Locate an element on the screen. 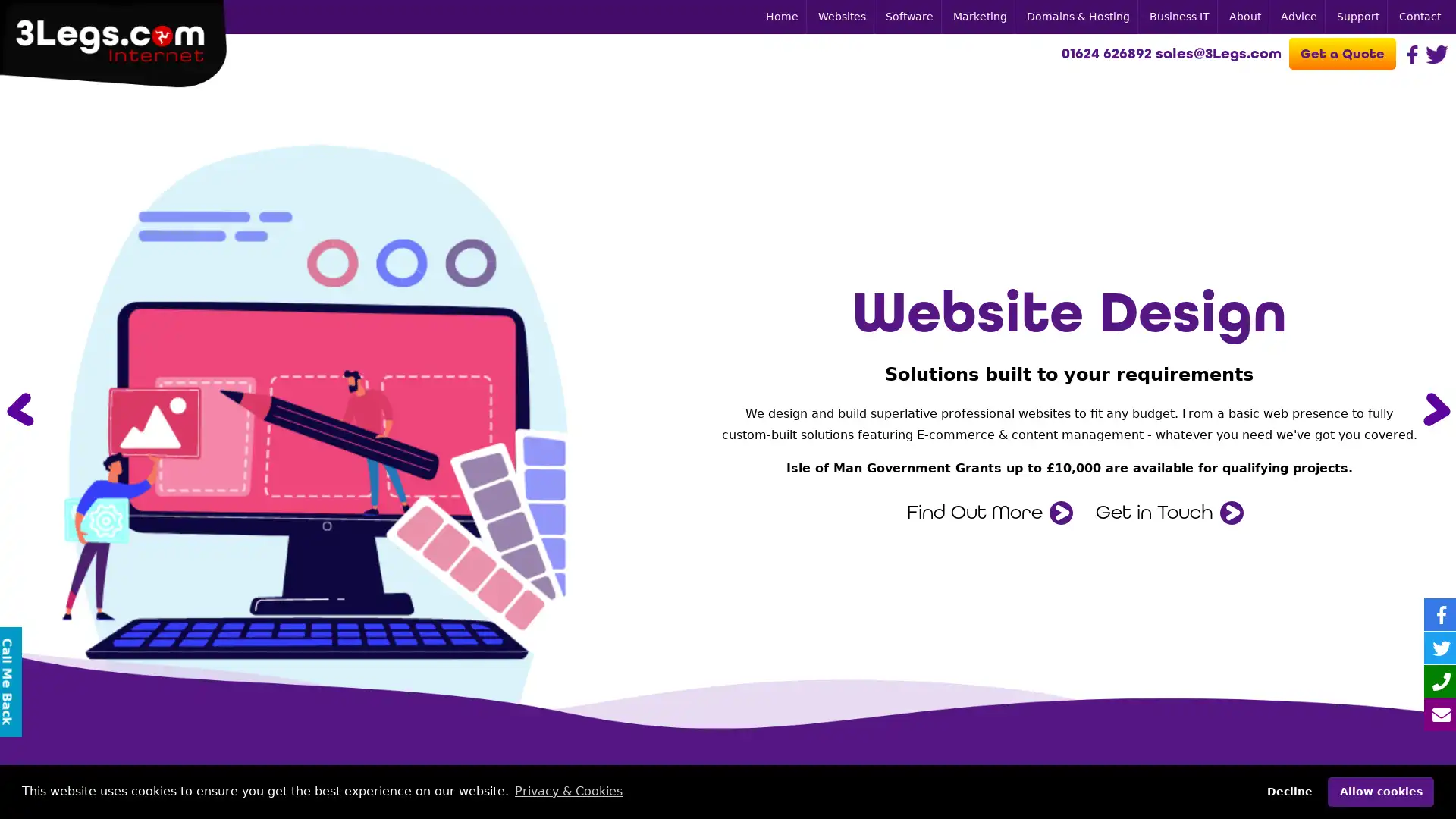 Image resolution: width=1456 pixels, height=819 pixels. allow cookies is located at coordinates (1380, 791).